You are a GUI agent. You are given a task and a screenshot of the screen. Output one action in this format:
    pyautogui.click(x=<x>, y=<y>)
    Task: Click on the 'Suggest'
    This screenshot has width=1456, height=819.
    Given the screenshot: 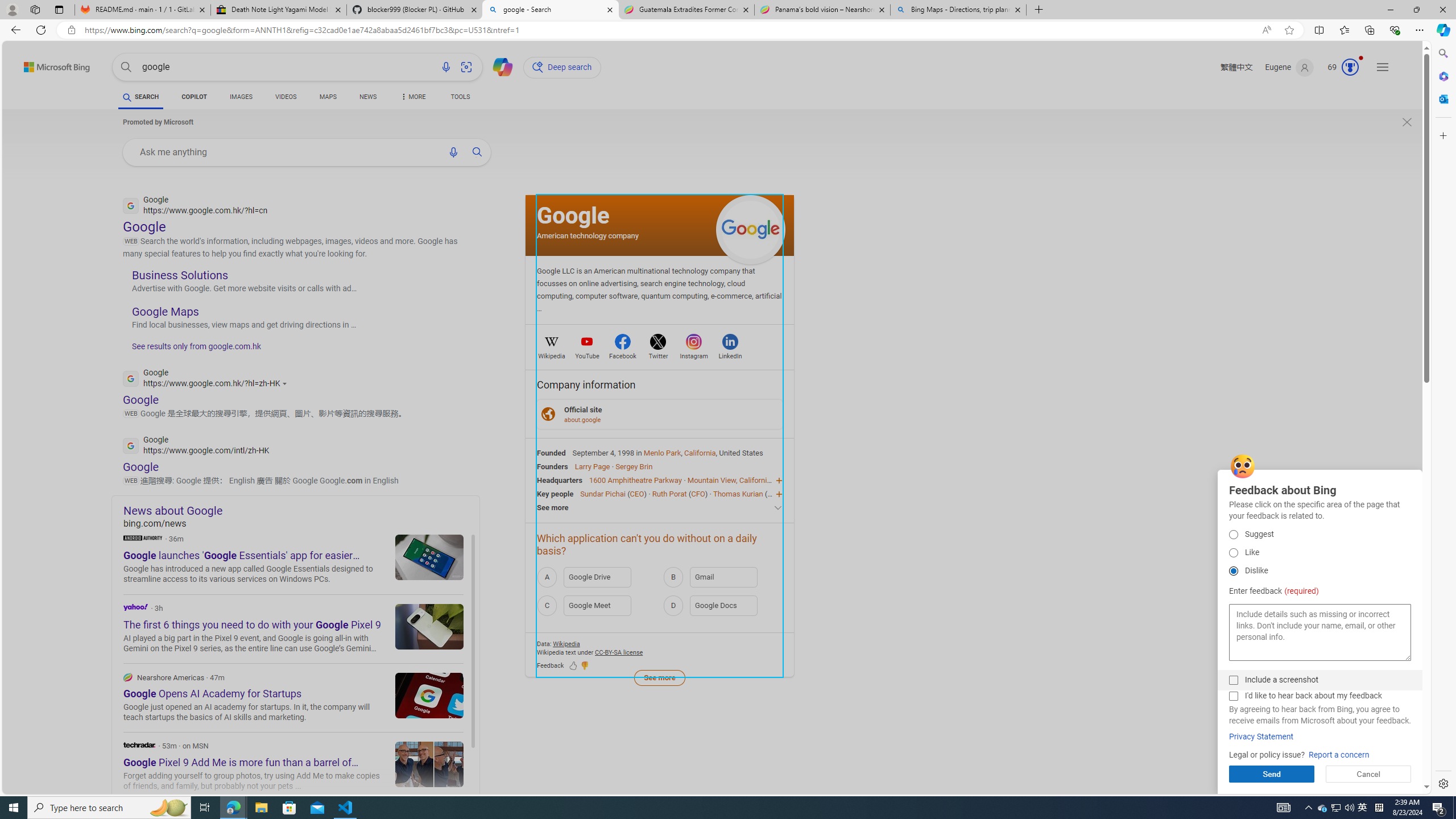 What is the action you would take?
    pyautogui.click(x=1233, y=533)
    